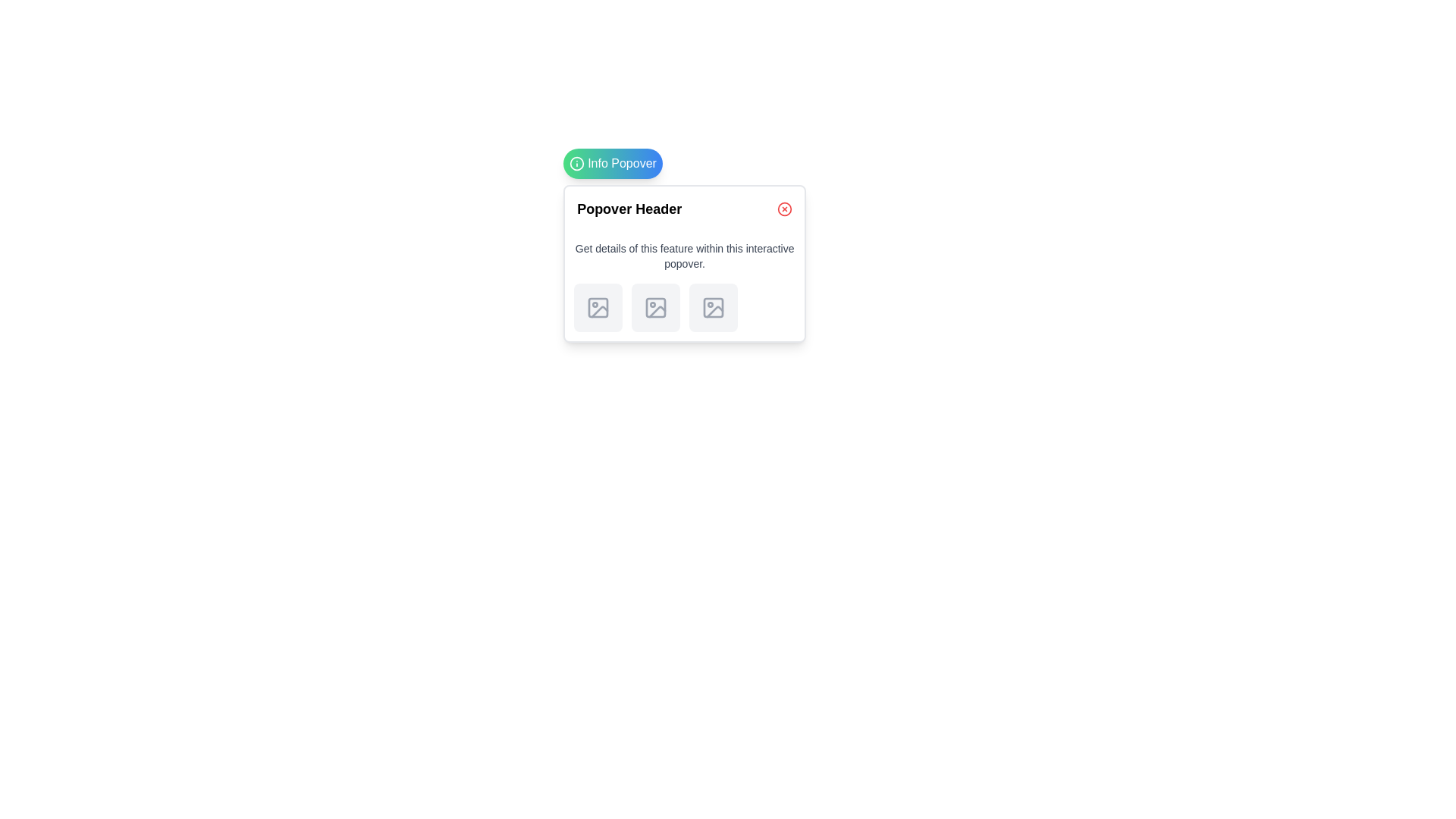  Describe the element at coordinates (656, 307) in the screenshot. I see `the second icon representing image functionality within the popover interface, which is not interactive in the current context` at that location.